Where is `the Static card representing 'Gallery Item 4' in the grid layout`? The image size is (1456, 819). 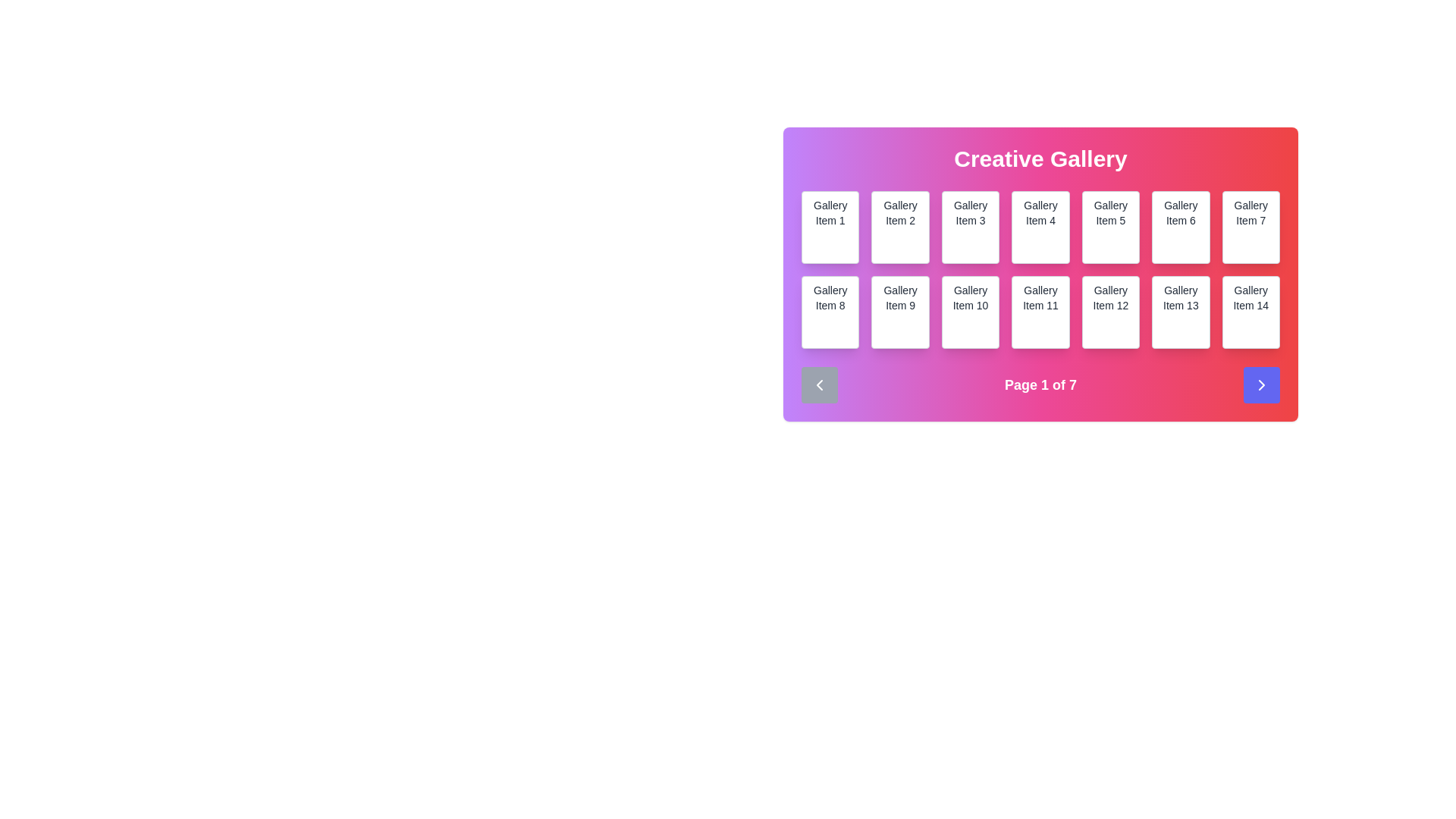
the Static card representing 'Gallery Item 4' in the grid layout is located at coordinates (1040, 227).